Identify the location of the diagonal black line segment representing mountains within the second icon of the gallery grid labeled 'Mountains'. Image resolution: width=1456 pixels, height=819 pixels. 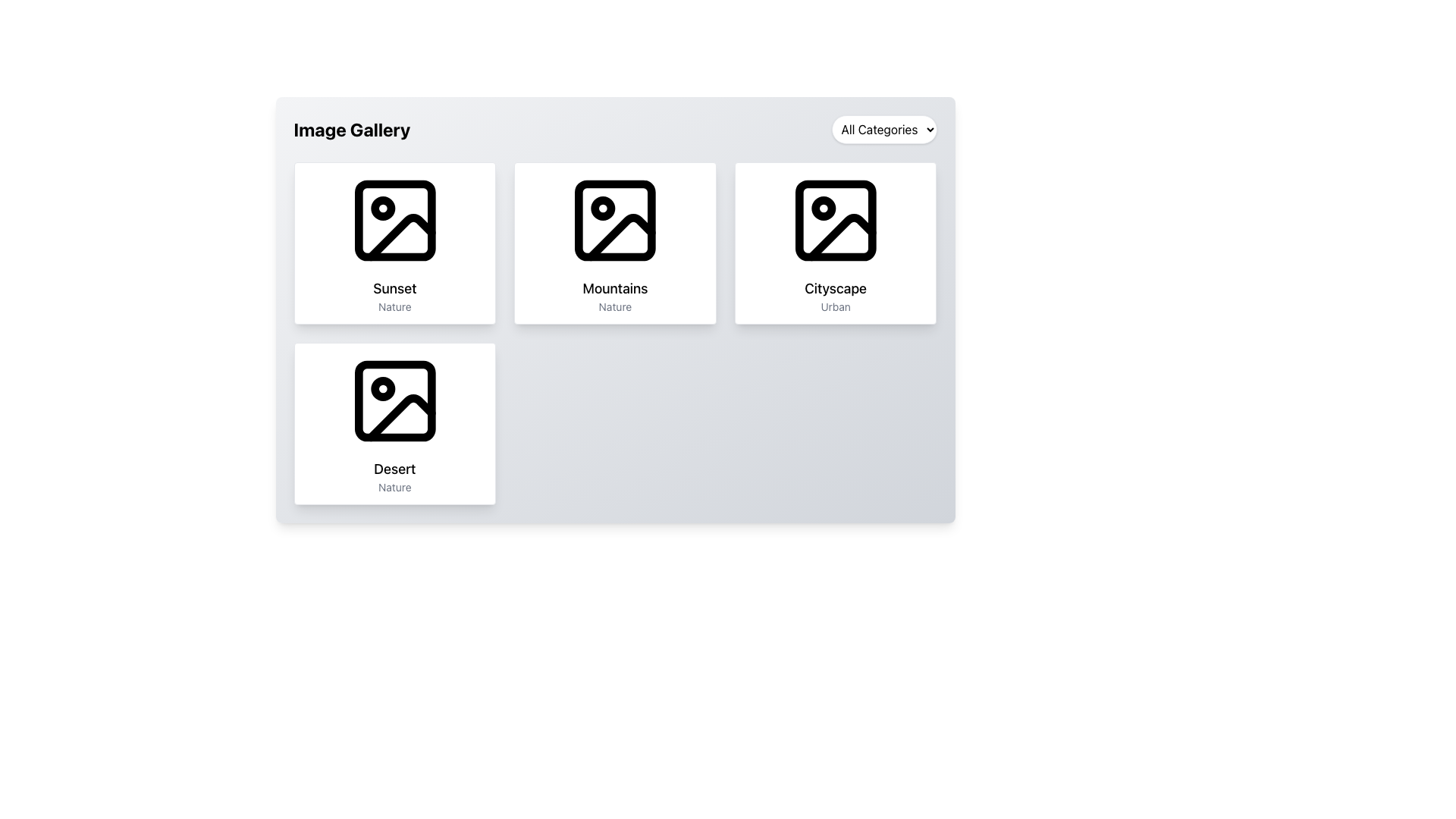
(621, 237).